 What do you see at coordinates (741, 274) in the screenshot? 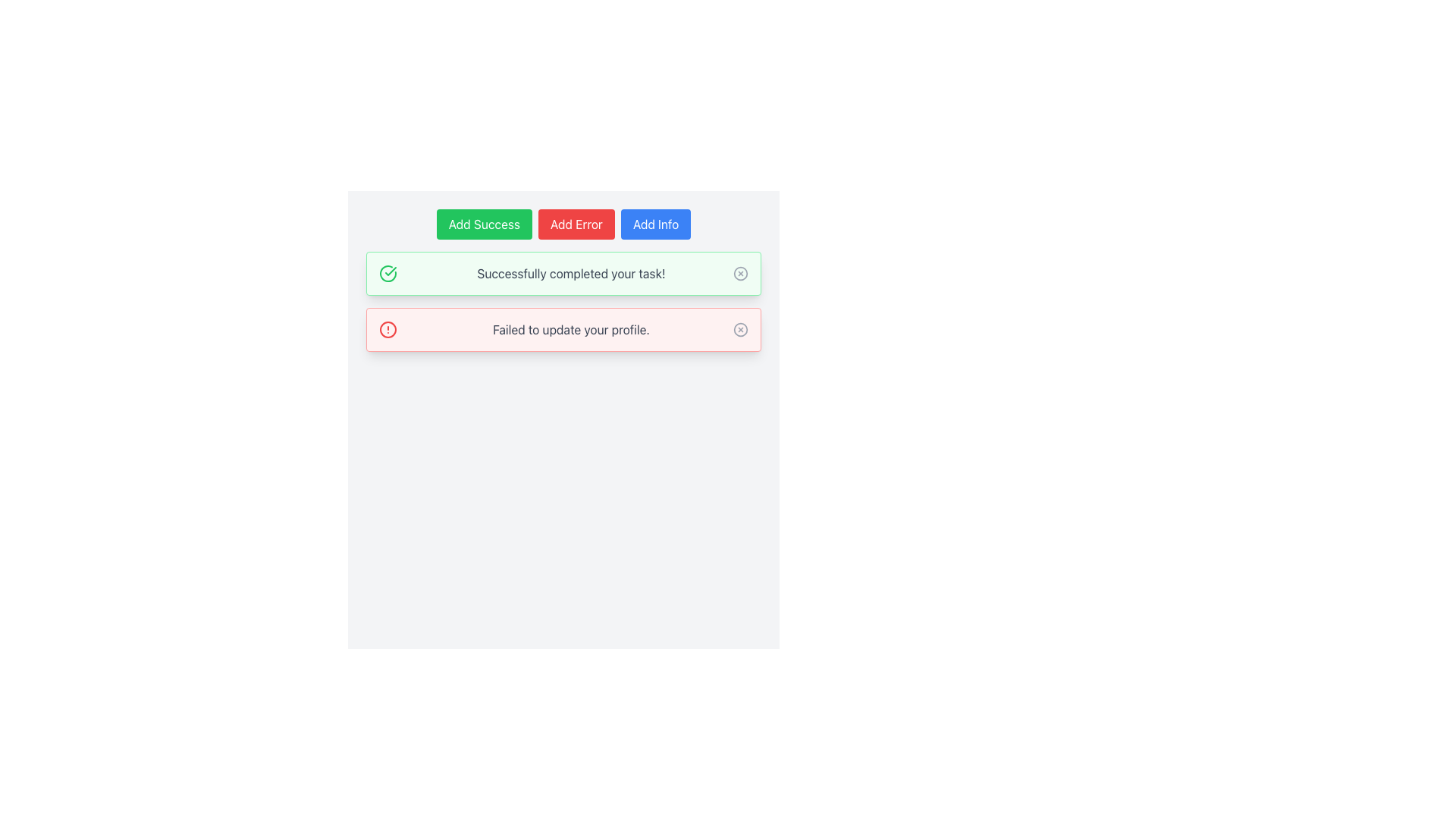
I see `the SVG graphical element that visually represents a close or dismiss action within the 'Successfully completed your task!' green notification component box, located on the right side and aligned horizontally to the middle of the box` at bounding box center [741, 274].